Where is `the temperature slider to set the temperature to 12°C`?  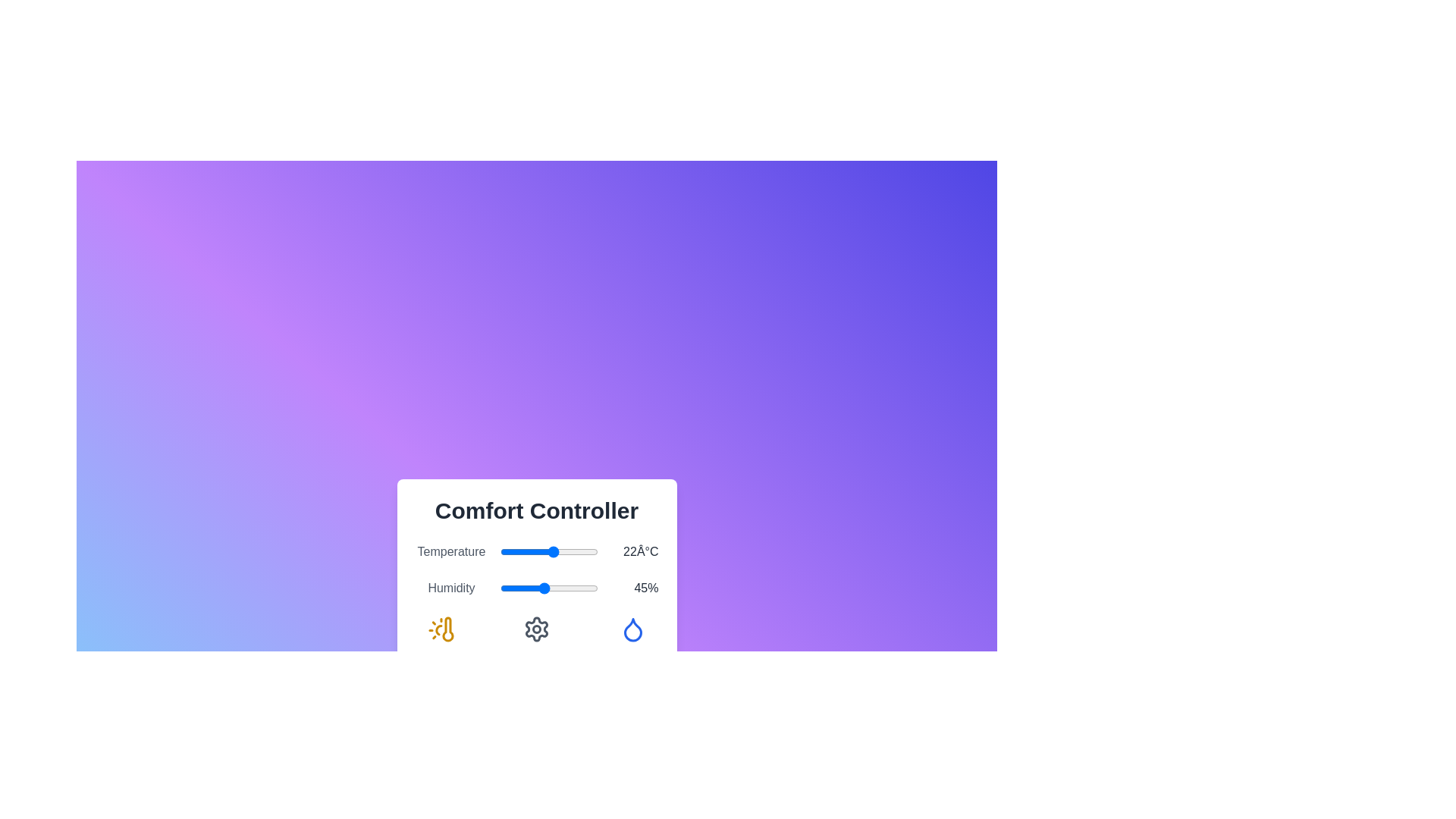
the temperature slider to set the temperature to 12°C is located at coordinates (529, 552).